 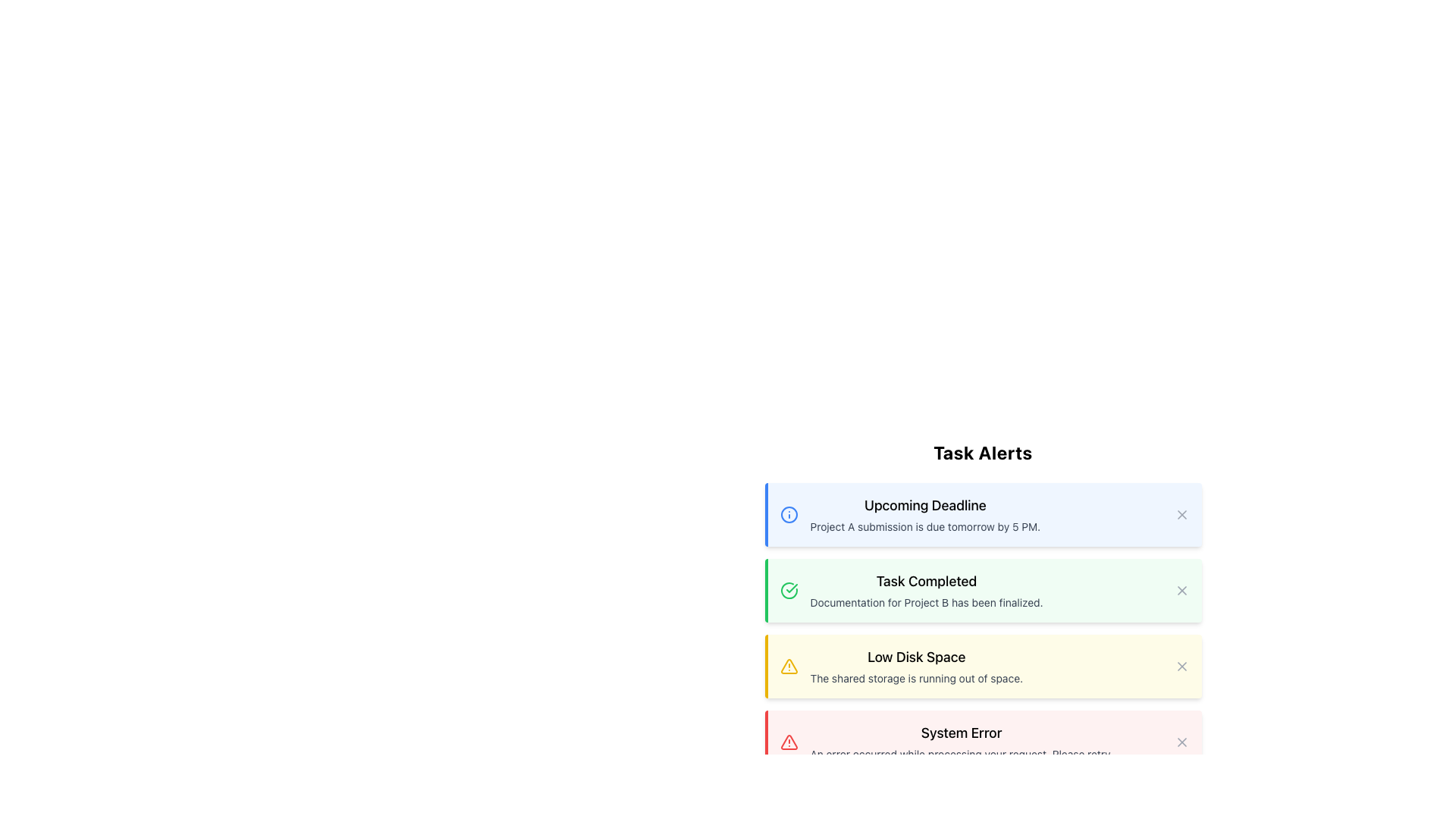 What do you see at coordinates (789, 590) in the screenshot?
I see `the Vector graphic representing a successful task located to the left of the text 'Task Completed' in the second notification card` at bounding box center [789, 590].